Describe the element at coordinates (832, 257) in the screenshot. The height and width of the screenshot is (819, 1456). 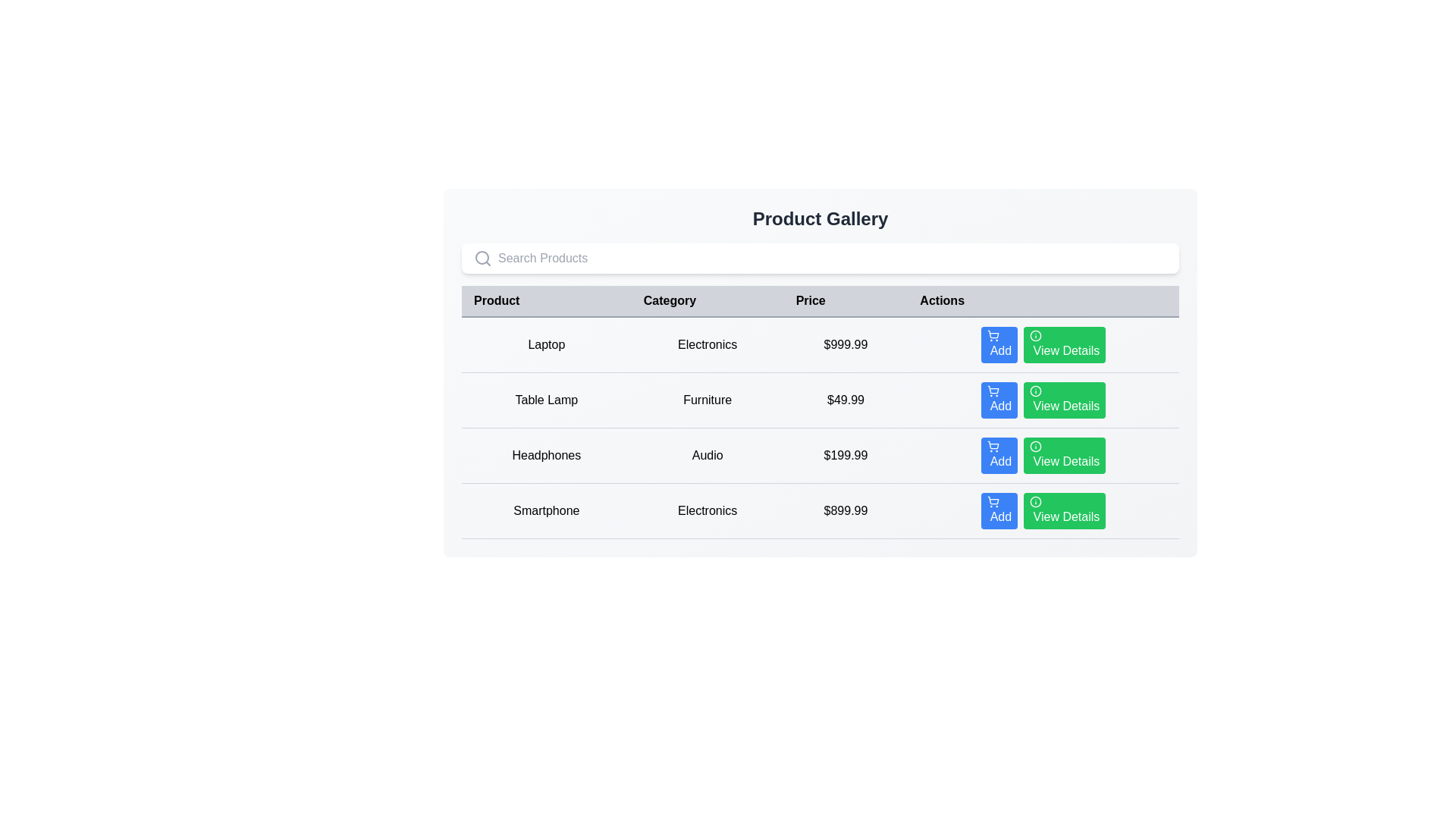
I see `the search input field, which is centrally aligned within a white background card above a table, to observe possible styling changes` at that location.